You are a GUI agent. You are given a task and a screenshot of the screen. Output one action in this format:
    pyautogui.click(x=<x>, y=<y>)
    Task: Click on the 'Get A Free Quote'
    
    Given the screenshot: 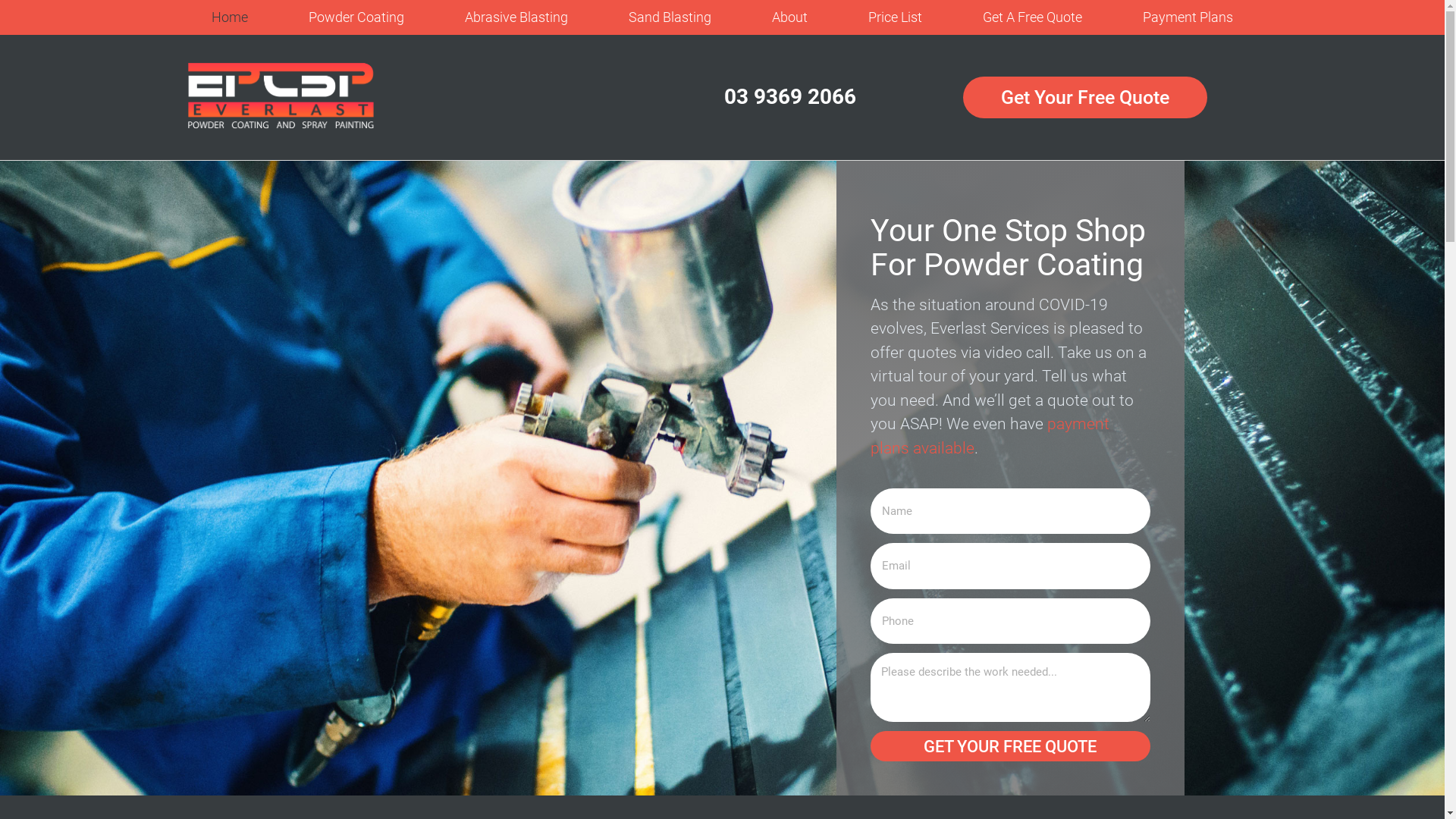 What is the action you would take?
    pyautogui.click(x=952, y=17)
    